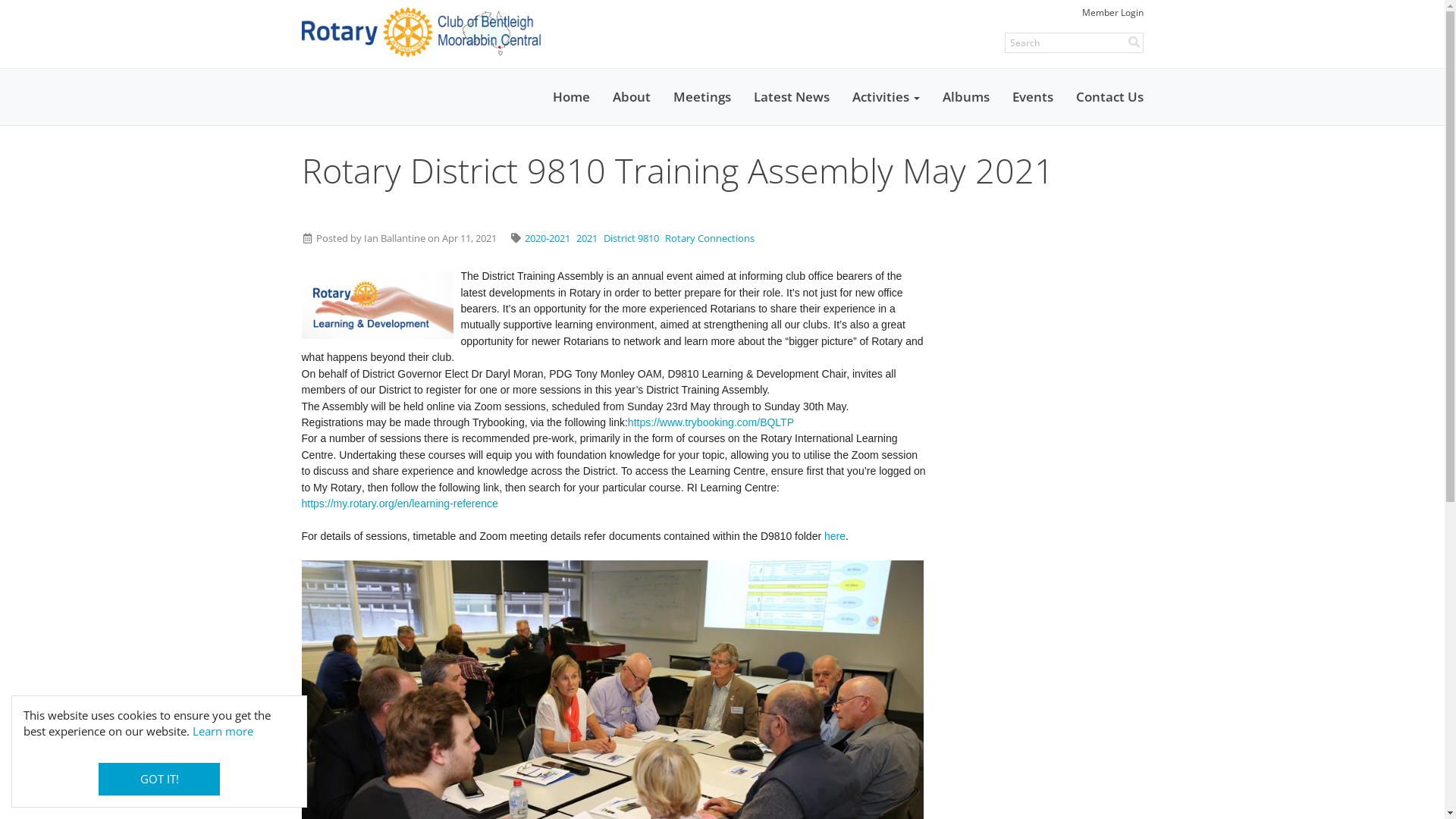 Image resolution: width=1456 pixels, height=819 pixels. I want to click on 'About', so click(630, 96).